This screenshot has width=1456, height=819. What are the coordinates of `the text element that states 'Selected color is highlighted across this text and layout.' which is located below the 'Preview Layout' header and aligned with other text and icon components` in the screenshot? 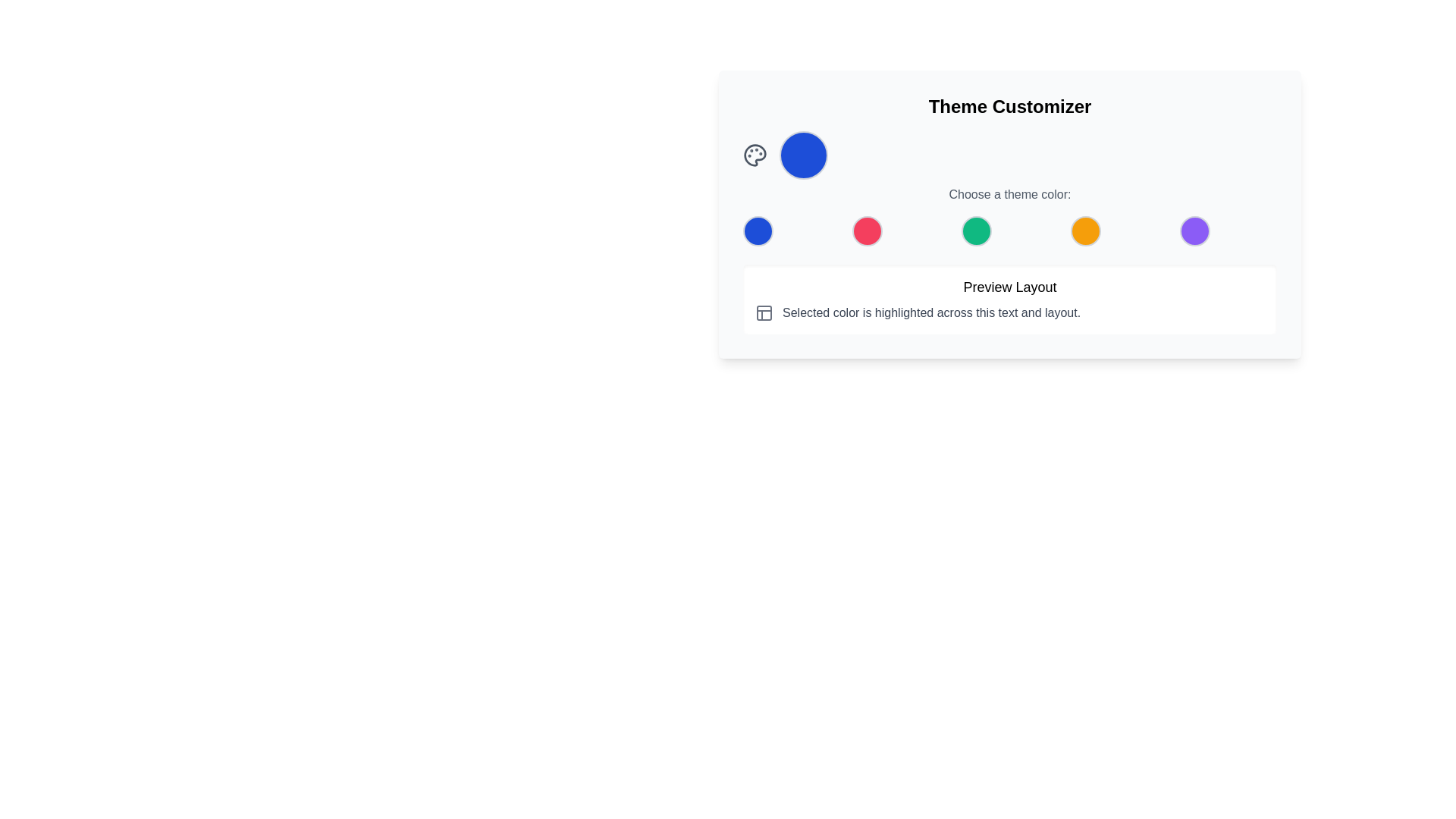 It's located at (1009, 312).